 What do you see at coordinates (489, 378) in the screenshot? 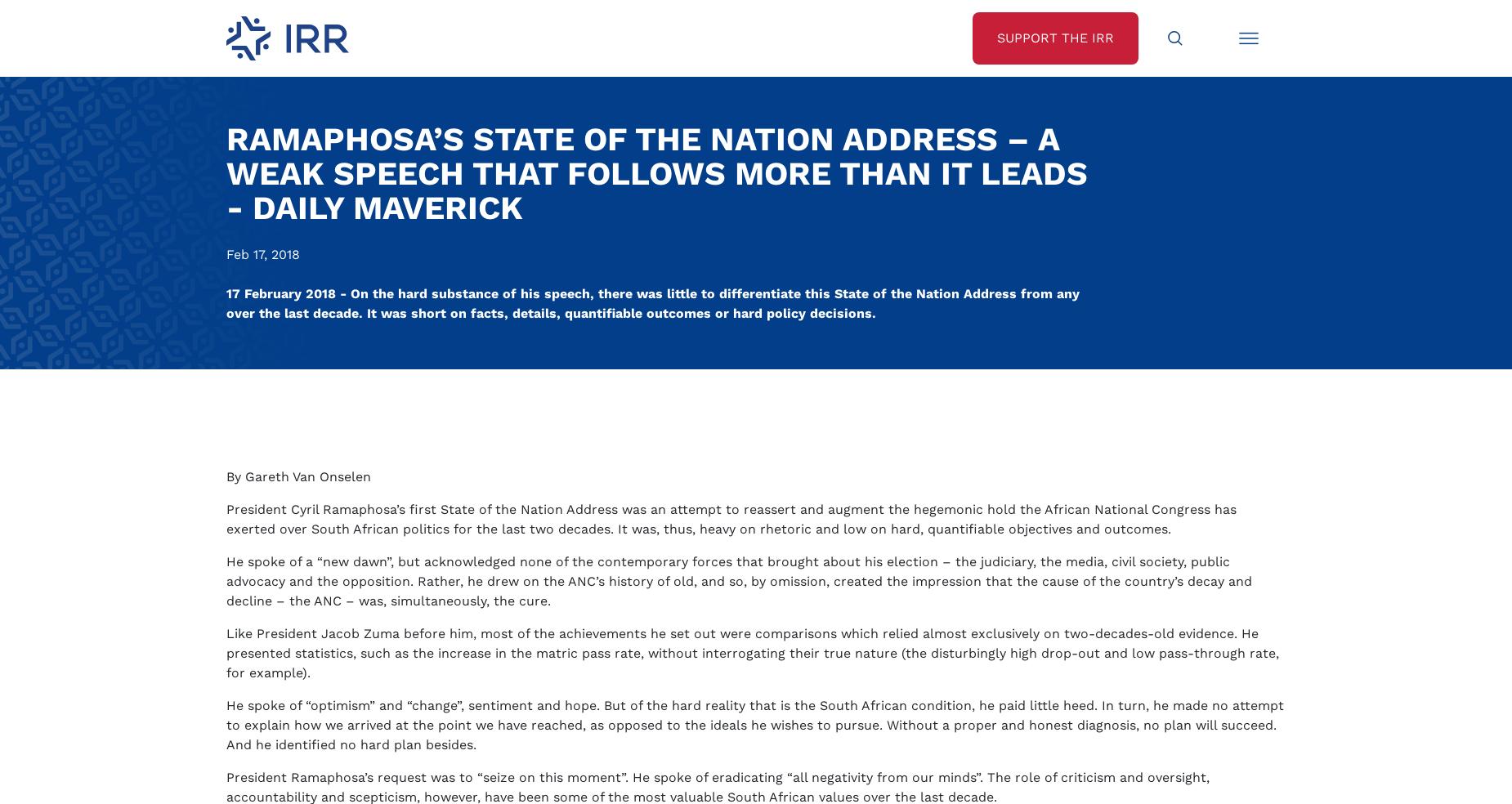
I see `'A Commission of Inquiry into Tax Administration and Governance of SARS.'` at bounding box center [489, 378].